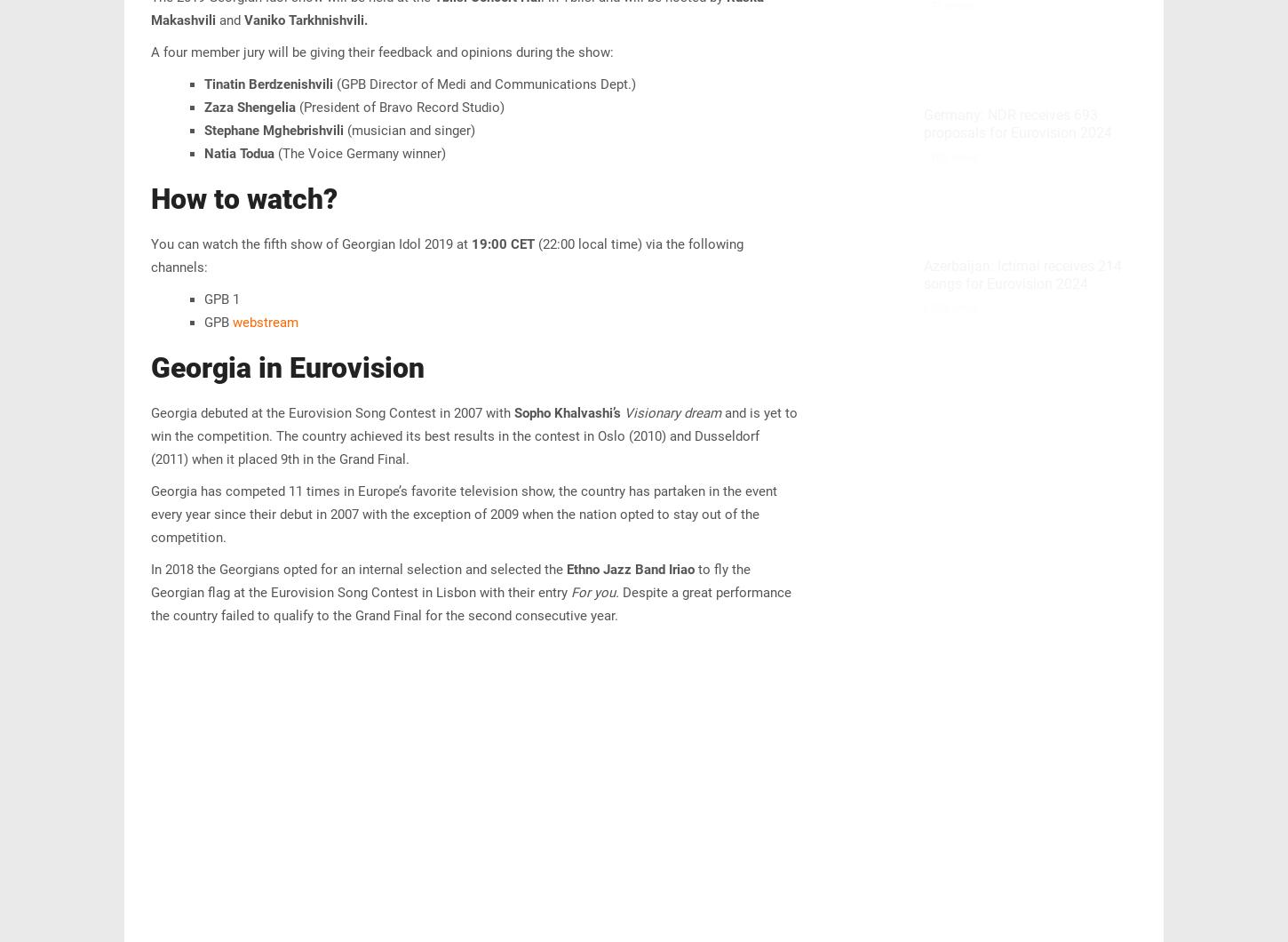 This screenshot has height=942, width=1288. I want to click on 'Ethno Jazz Band Iriao', so click(566, 569).